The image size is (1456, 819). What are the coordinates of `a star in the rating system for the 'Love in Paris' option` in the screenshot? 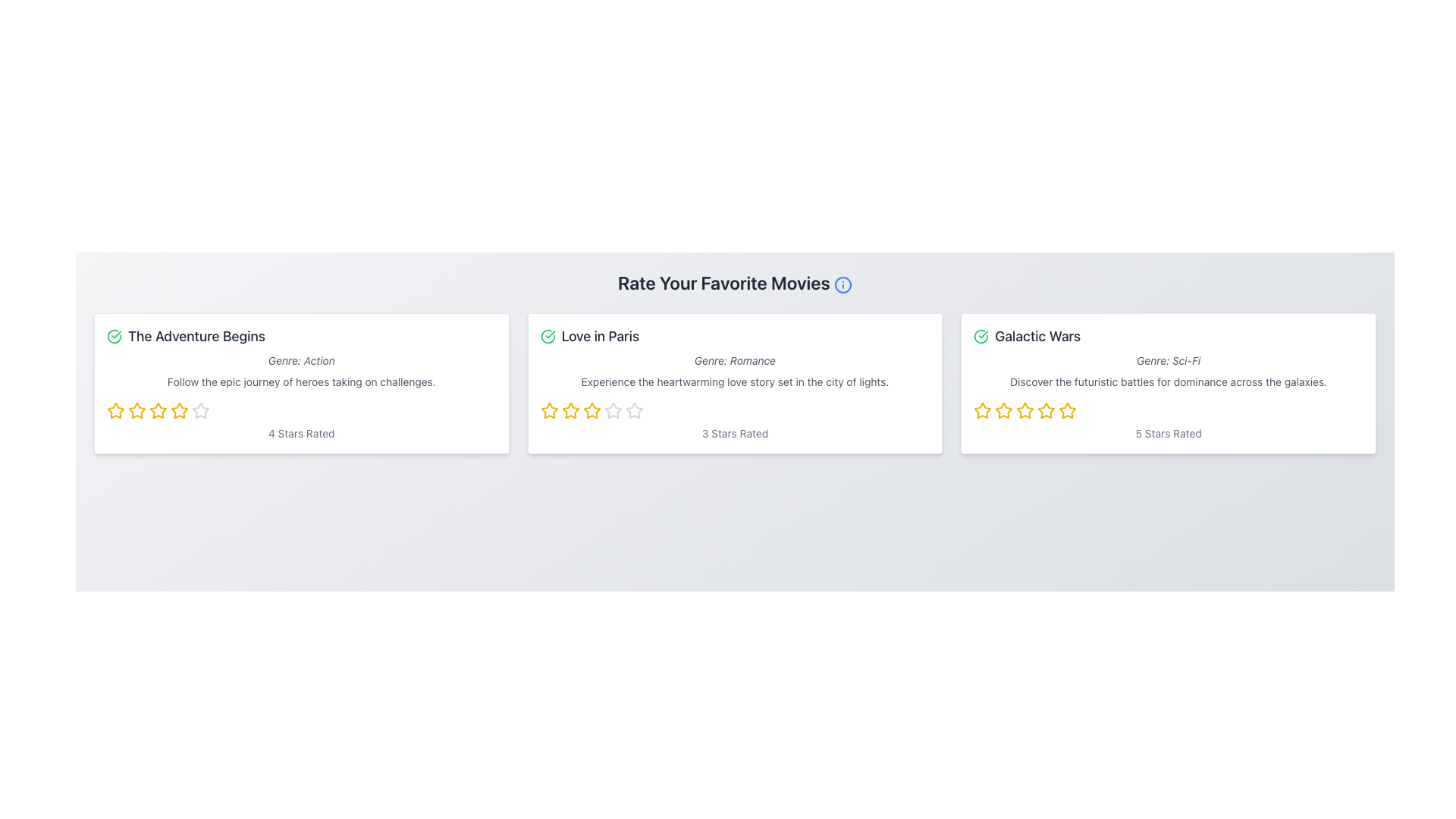 It's located at (735, 411).